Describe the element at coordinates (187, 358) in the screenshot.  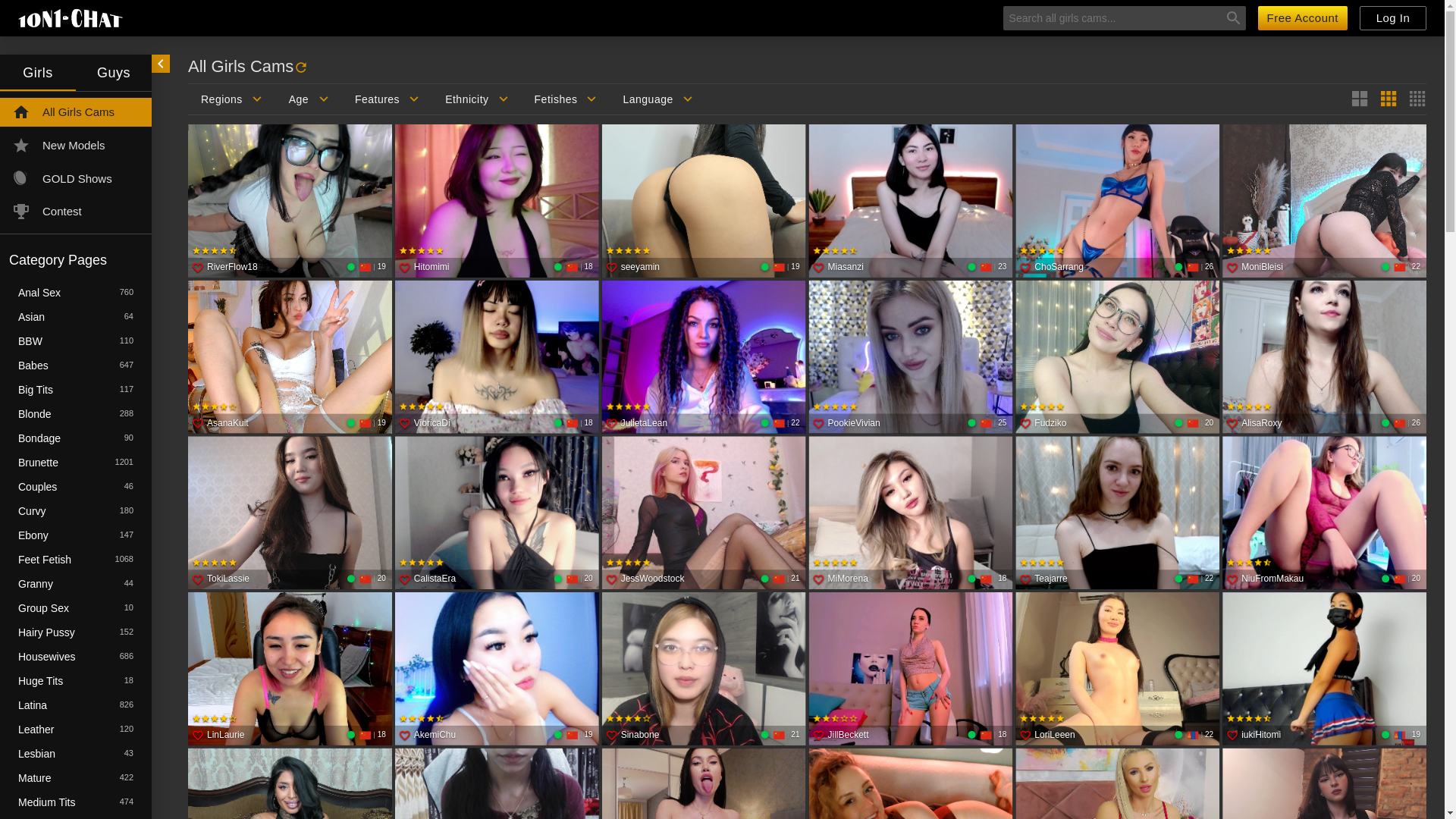
I see `'AsanaKuit` at that location.